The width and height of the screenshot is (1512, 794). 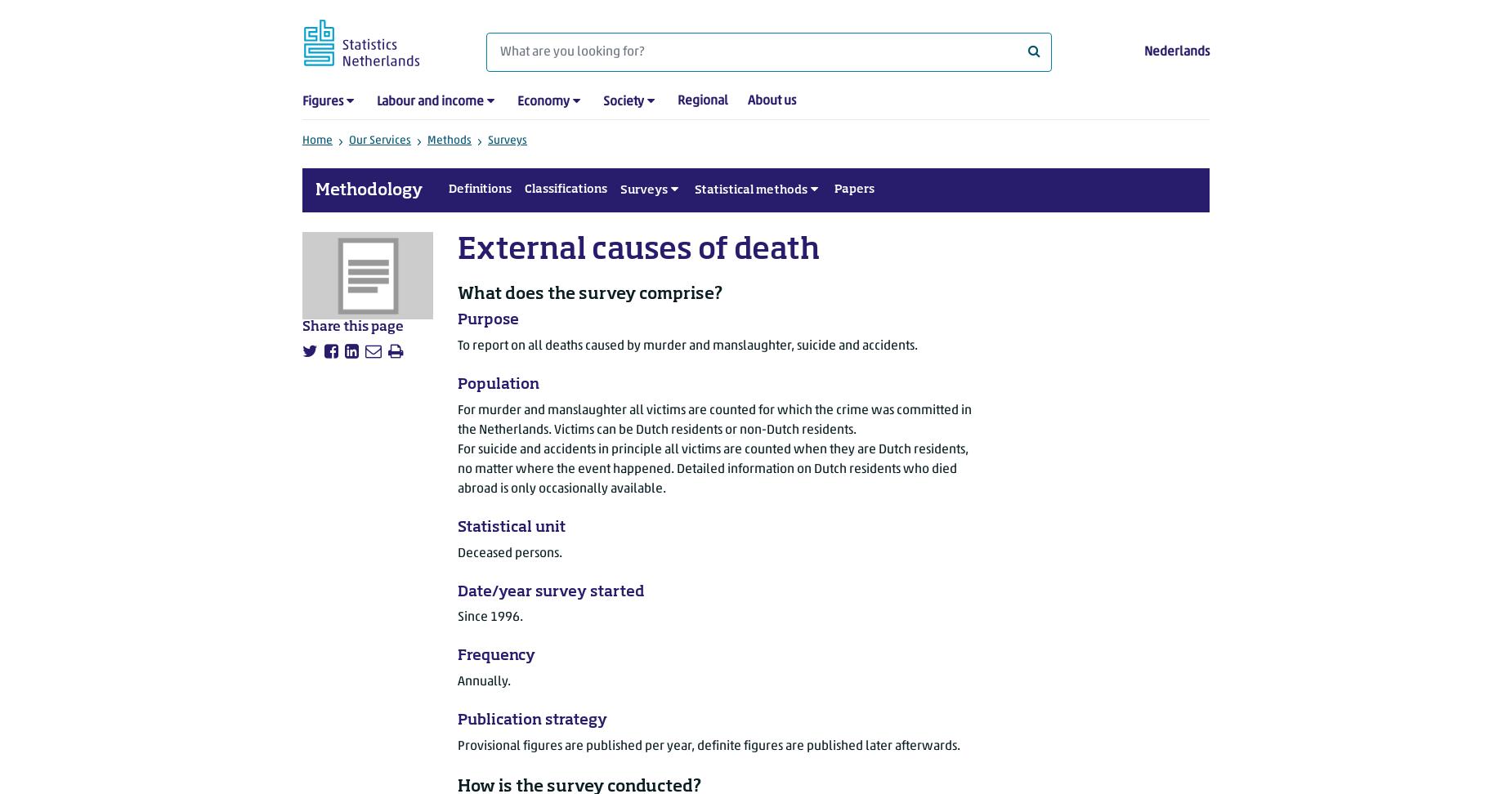 I want to click on 'Labour and income', so click(x=430, y=101).